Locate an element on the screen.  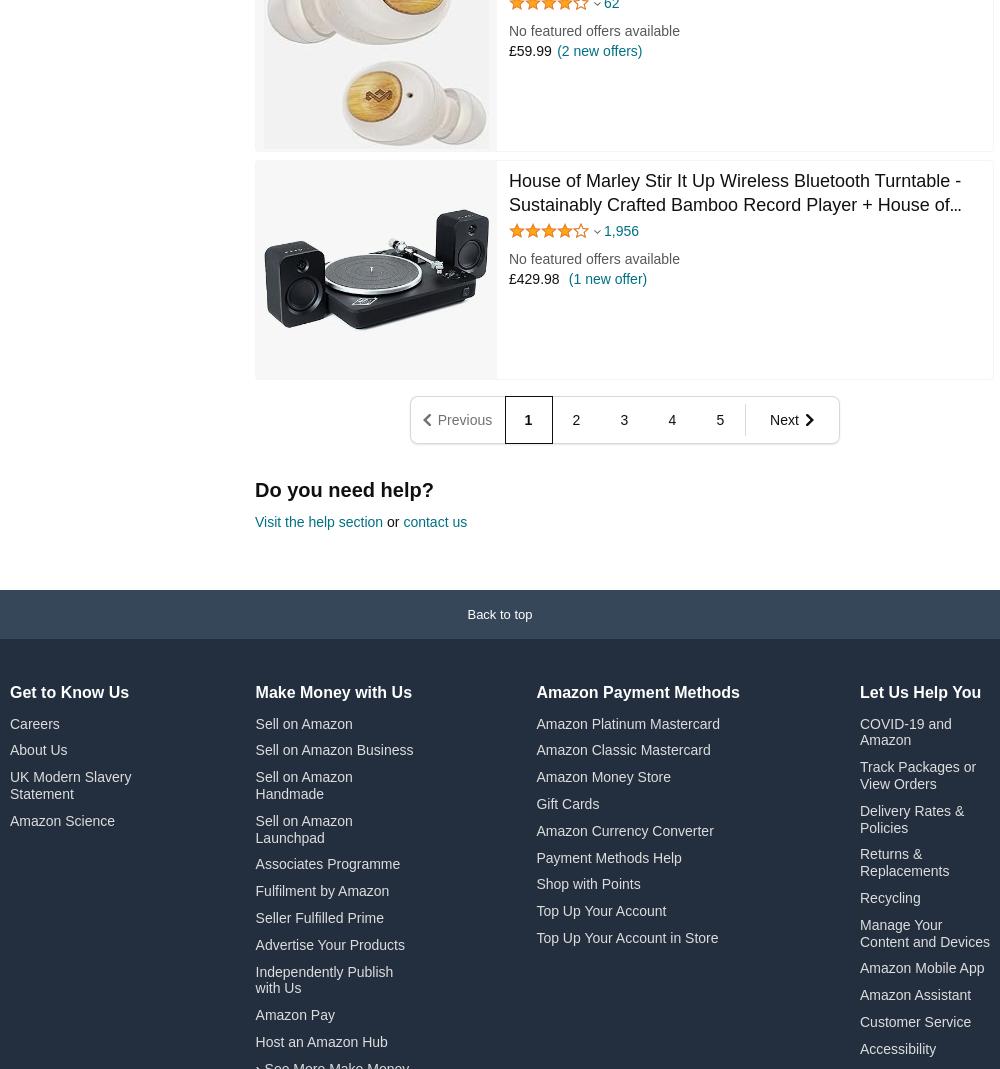
'Get to Know Us' is located at coordinates (68, 690).